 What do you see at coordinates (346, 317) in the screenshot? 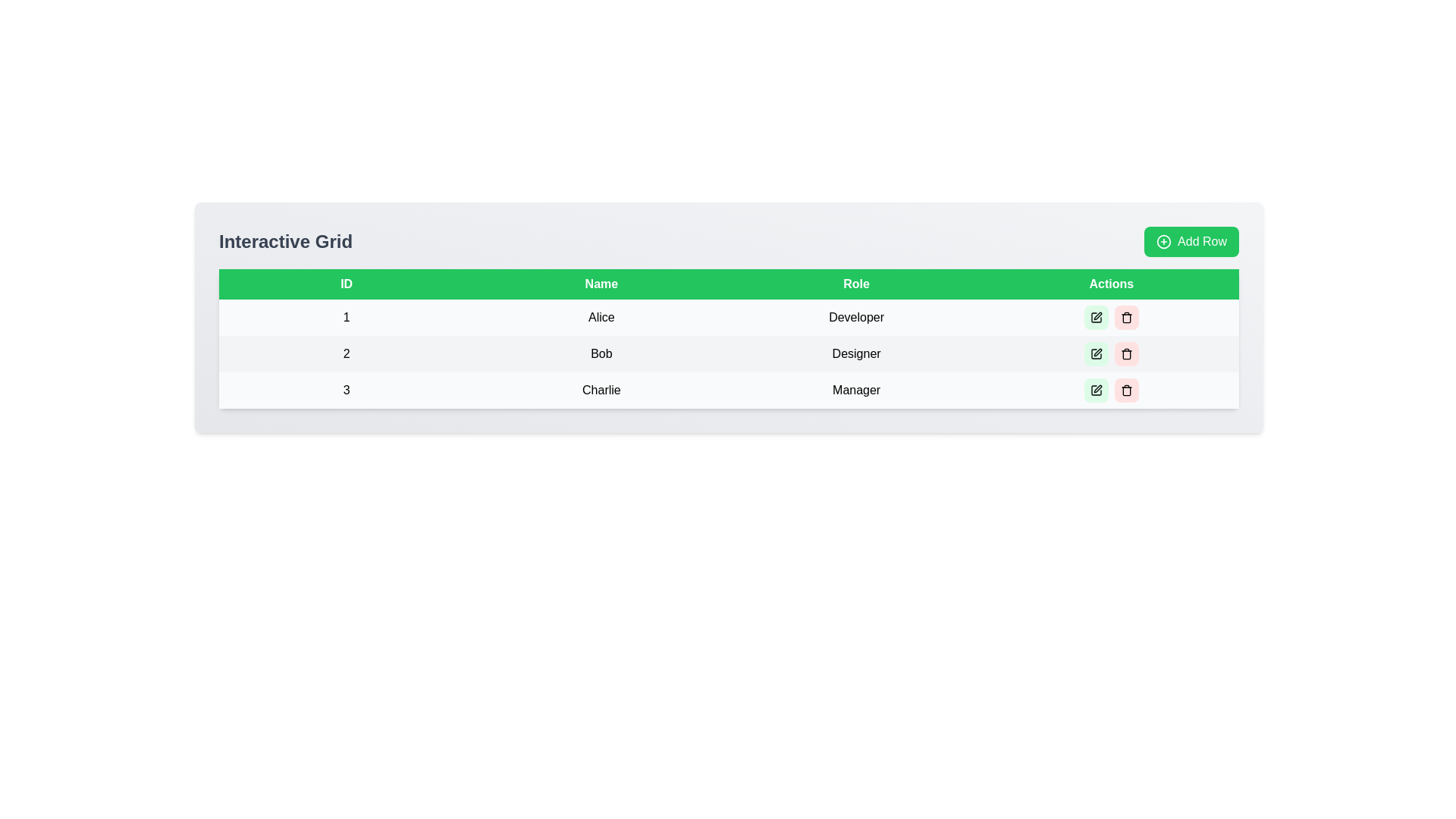
I see `the Table Cell Content displaying the identifier or serial number in the first column and first row of the grid, positioned to the left of the cell containing 'Alice' under the 'Name' column` at bounding box center [346, 317].